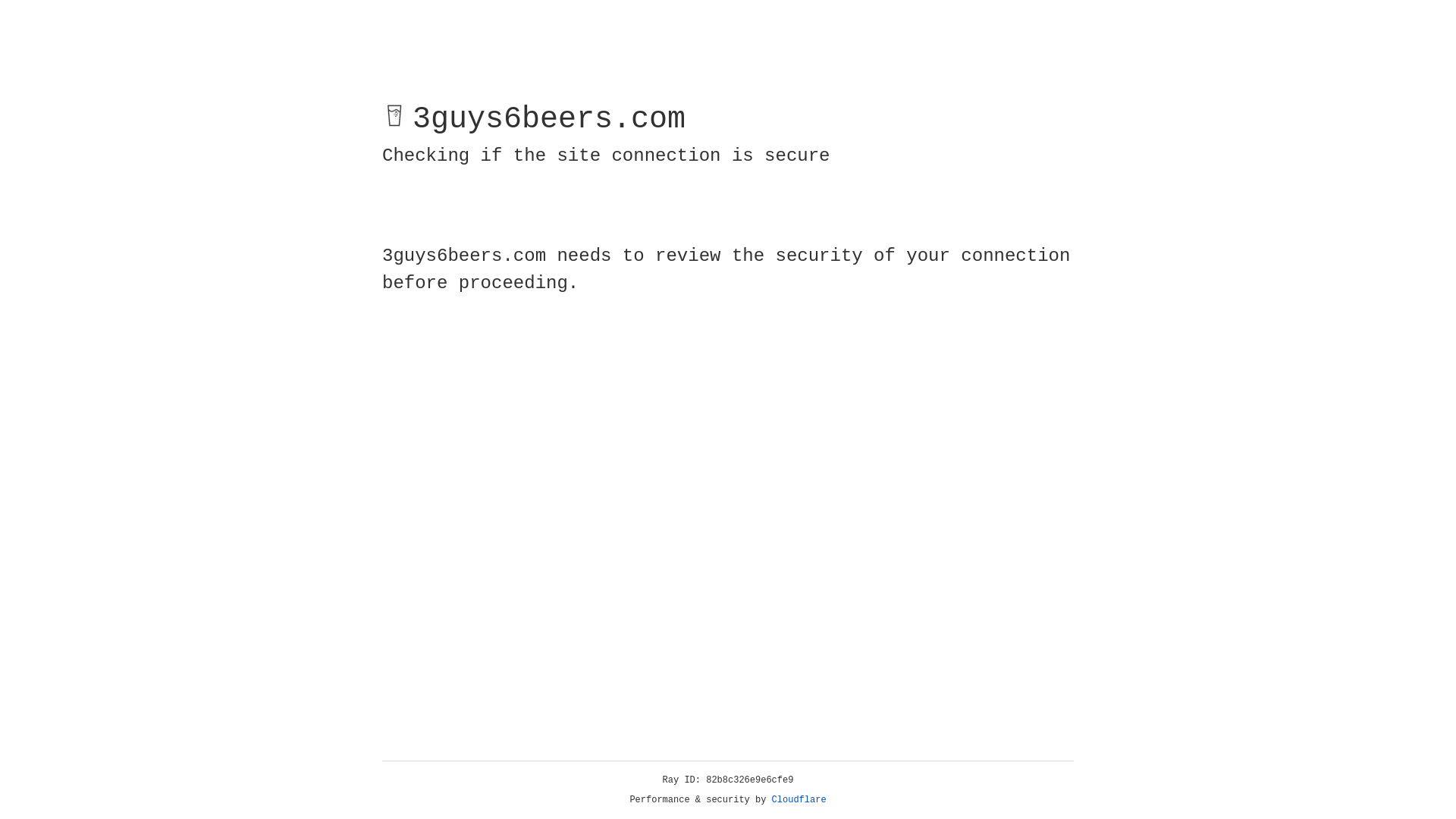 The image size is (1456, 819). I want to click on 'Cloudflare', so click(771, 799).